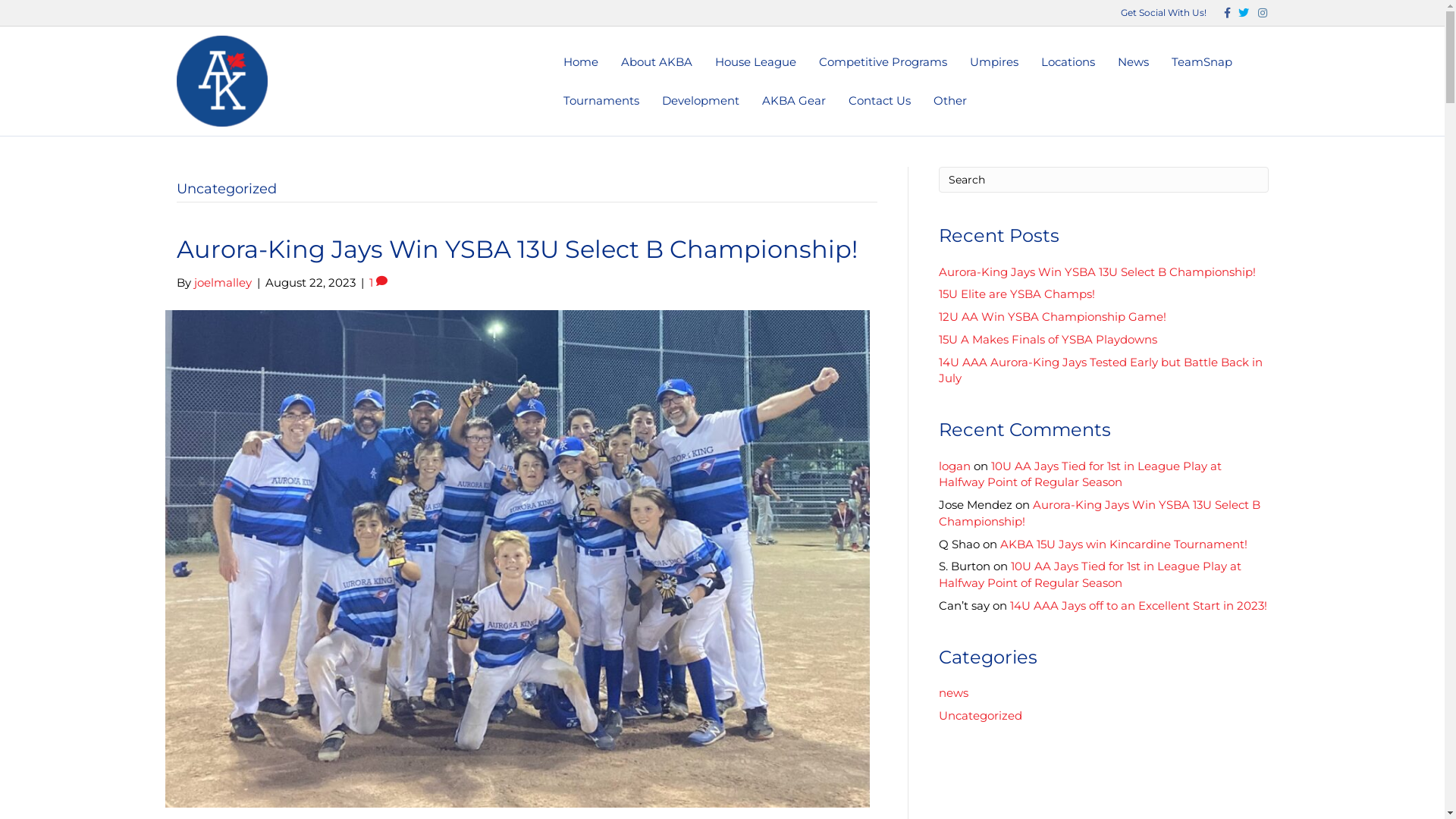 The image size is (1456, 819). Describe the element at coordinates (938, 465) in the screenshot. I see `'logan'` at that location.